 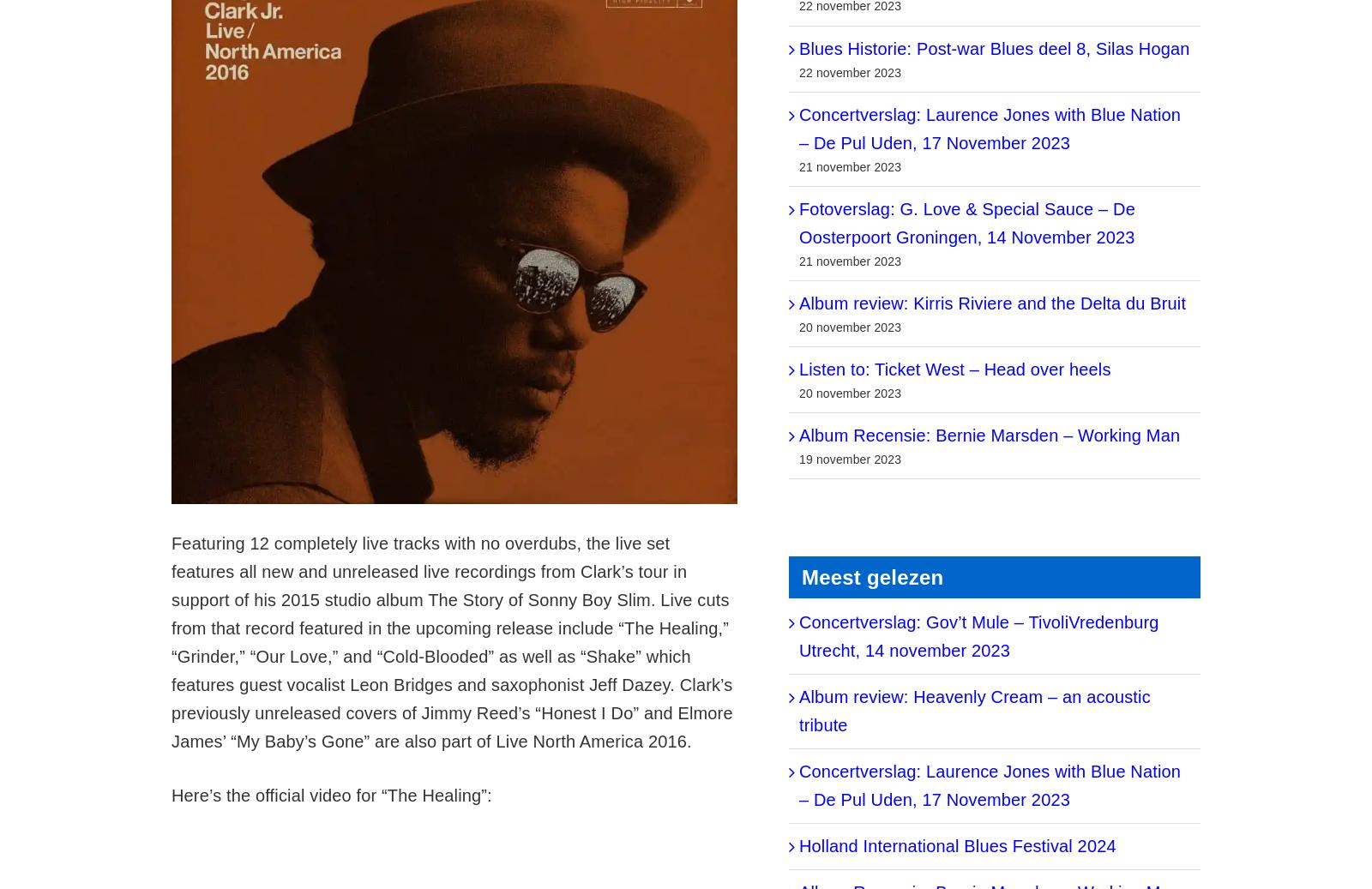 I want to click on 'Listen to: Ticket West – Head over heels', so click(x=954, y=368).